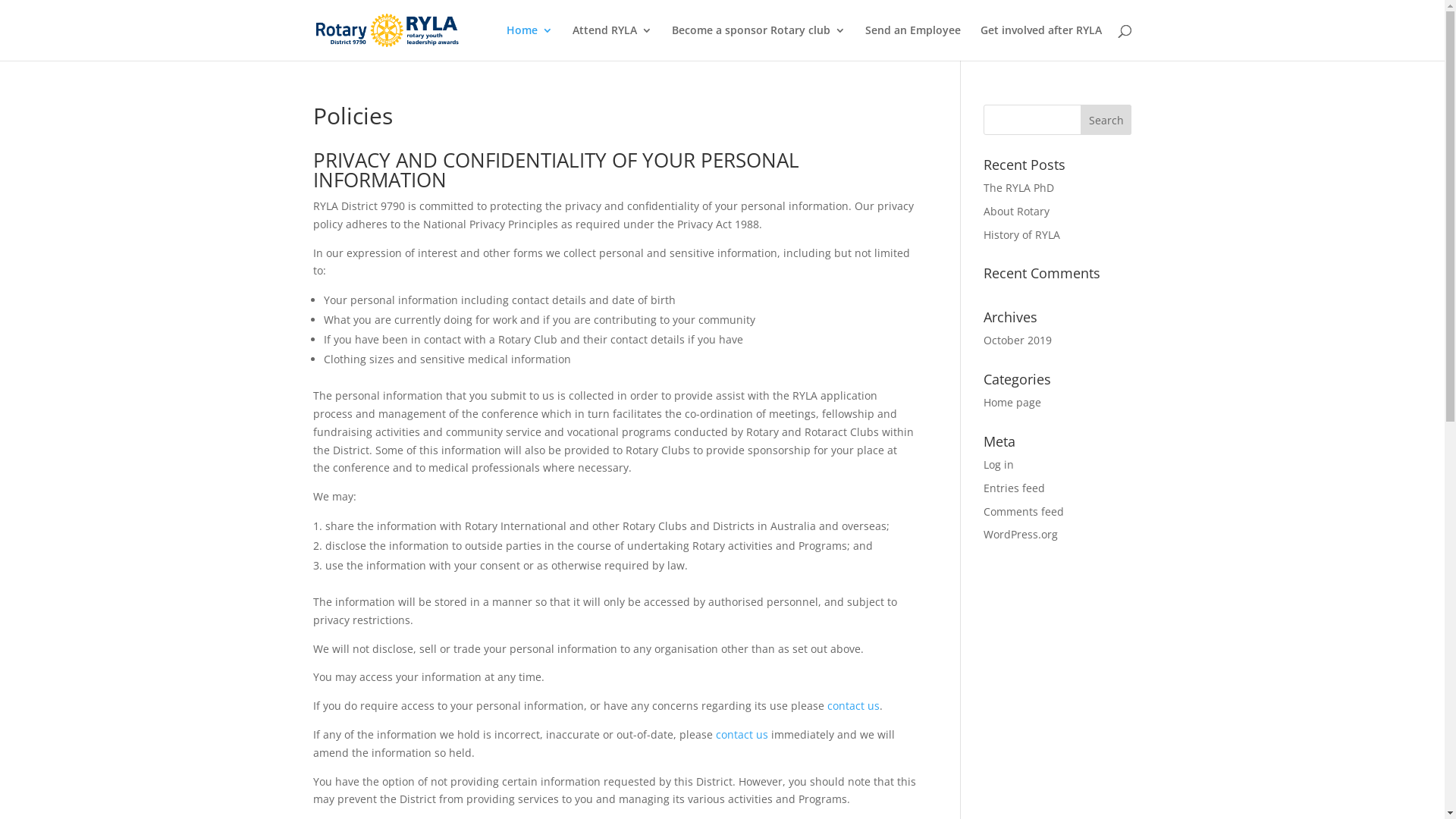  I want to click on 'The RYLA PhD', so click(983, 187).